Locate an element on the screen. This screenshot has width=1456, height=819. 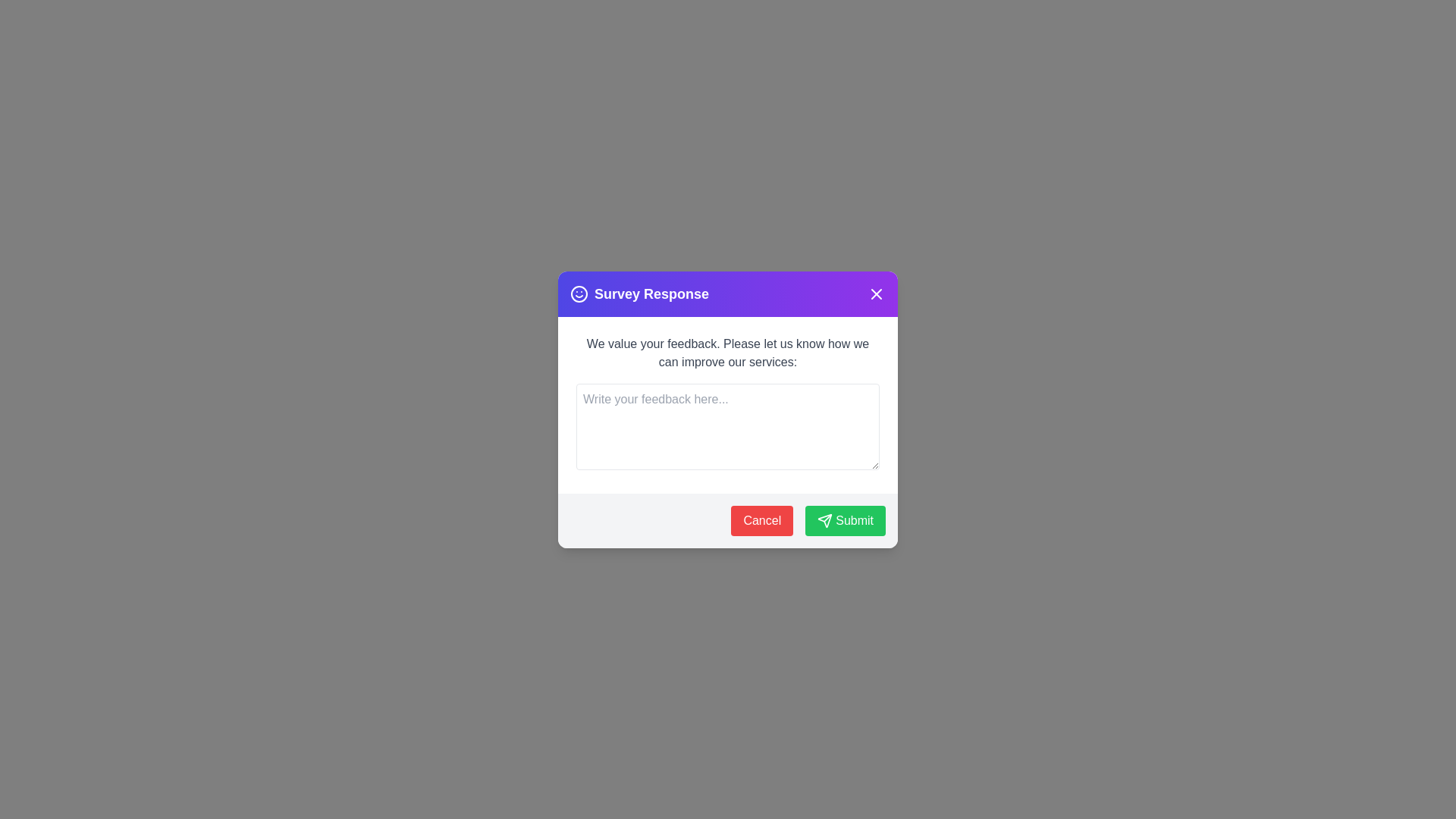
the text area and type the feedback is located at coordinates (728, 426).